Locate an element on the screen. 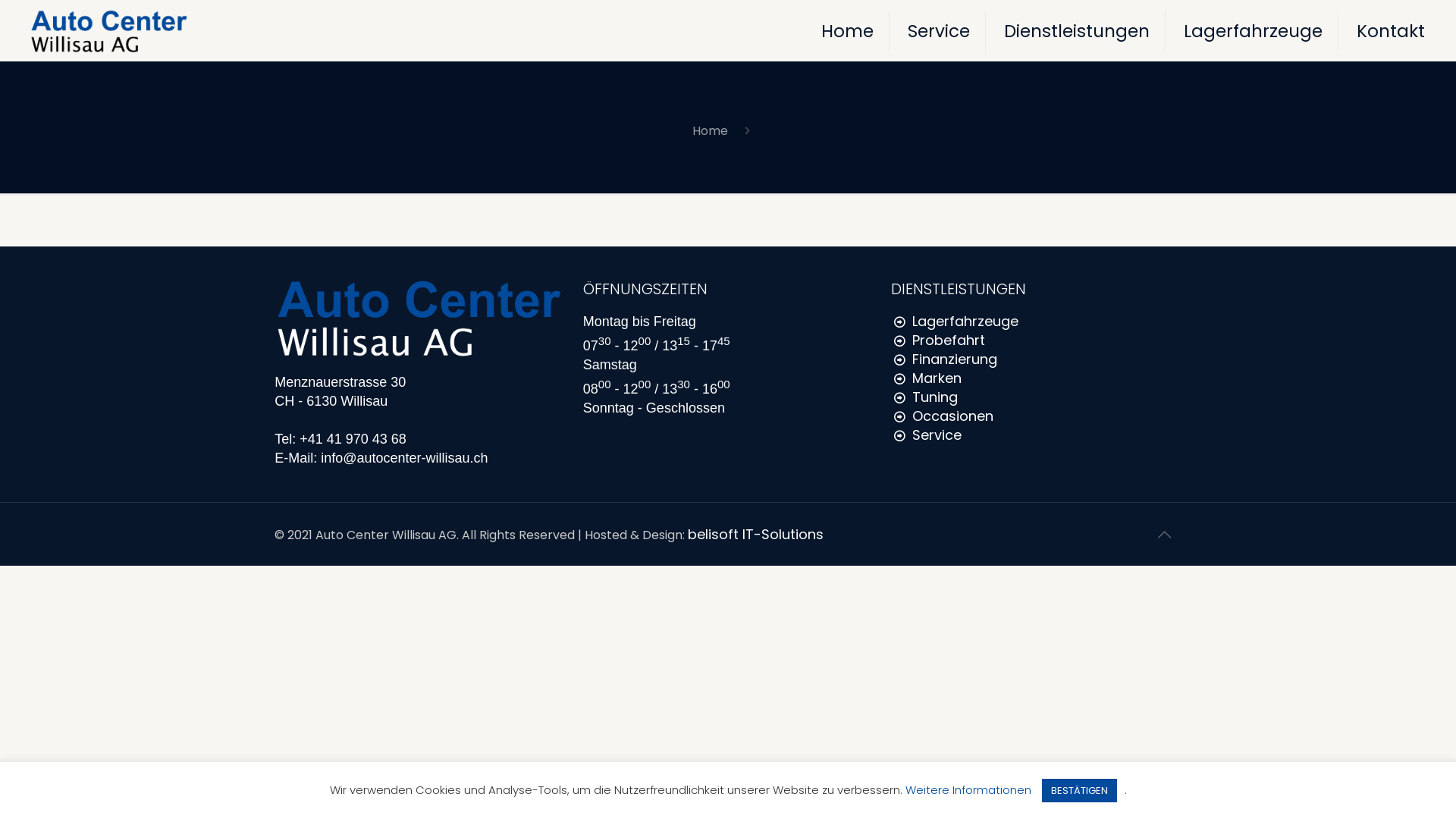 This screenshot has width=1456, height=819. 'Weitere Informationen' is located at coordinates (967, 789).